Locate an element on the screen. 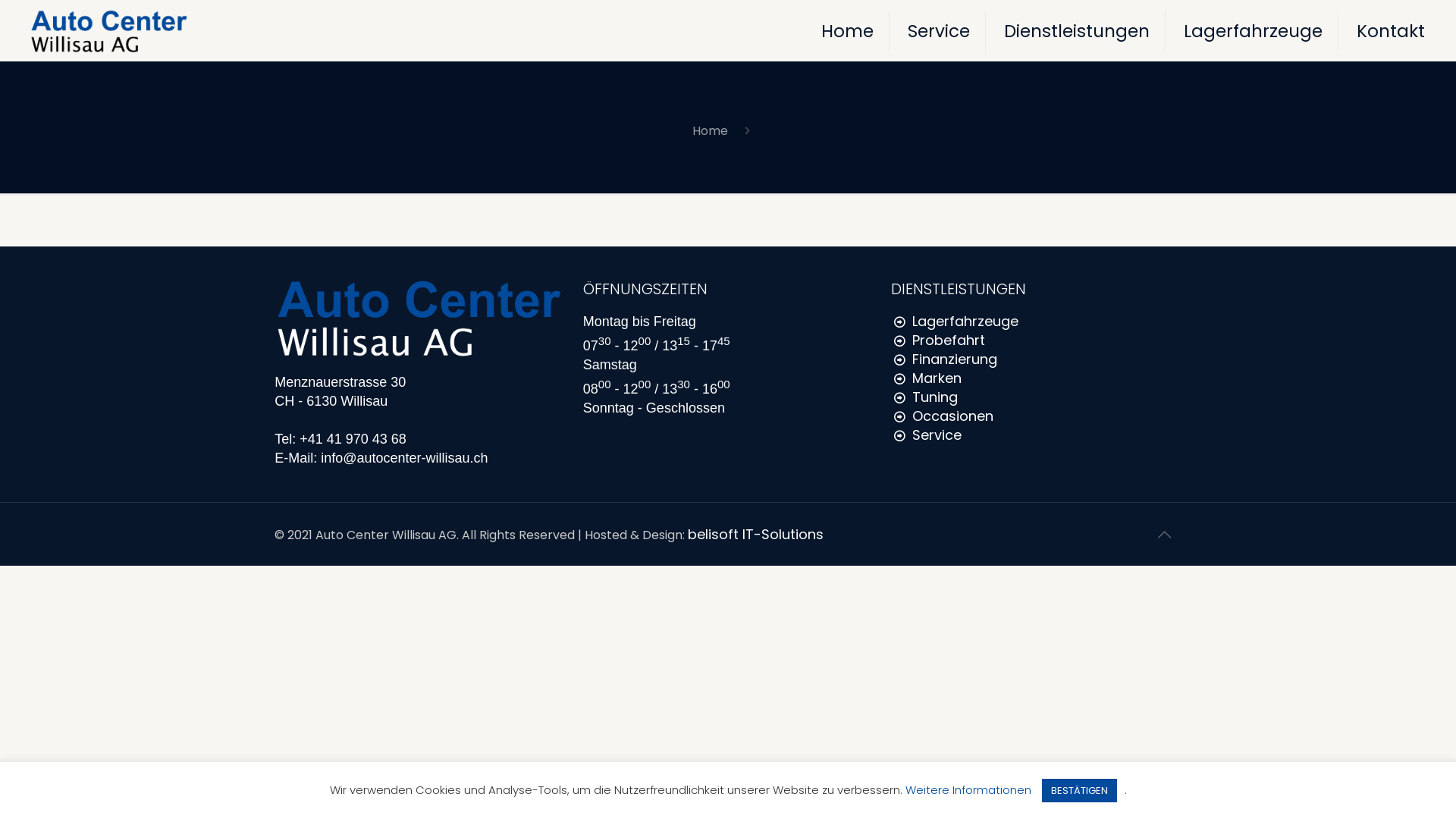 This screenshot has width=1456, height=819. 'Weitere Informationen' is located at coordinates (967, 789).